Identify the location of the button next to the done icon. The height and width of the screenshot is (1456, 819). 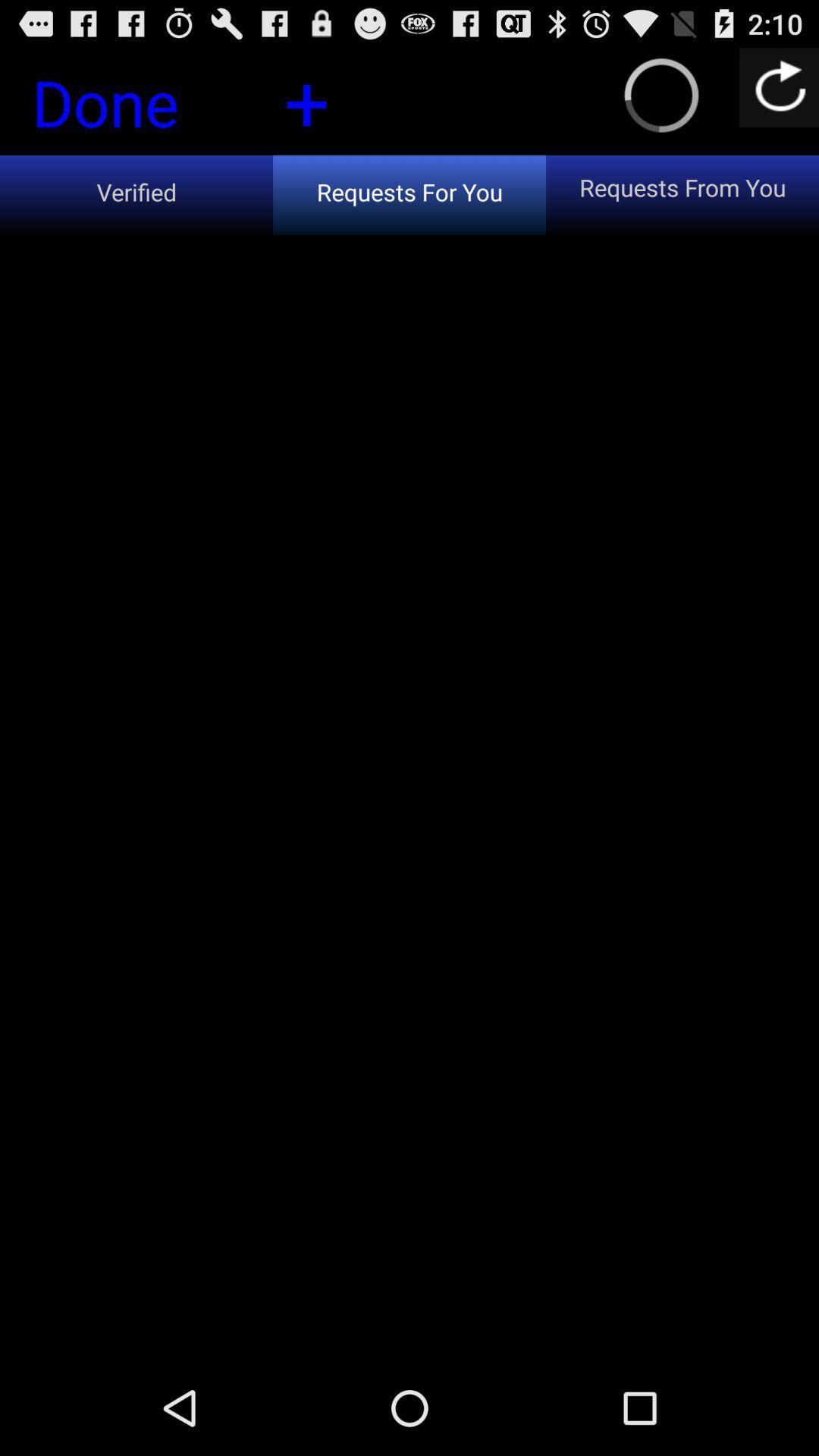
(306, 99).